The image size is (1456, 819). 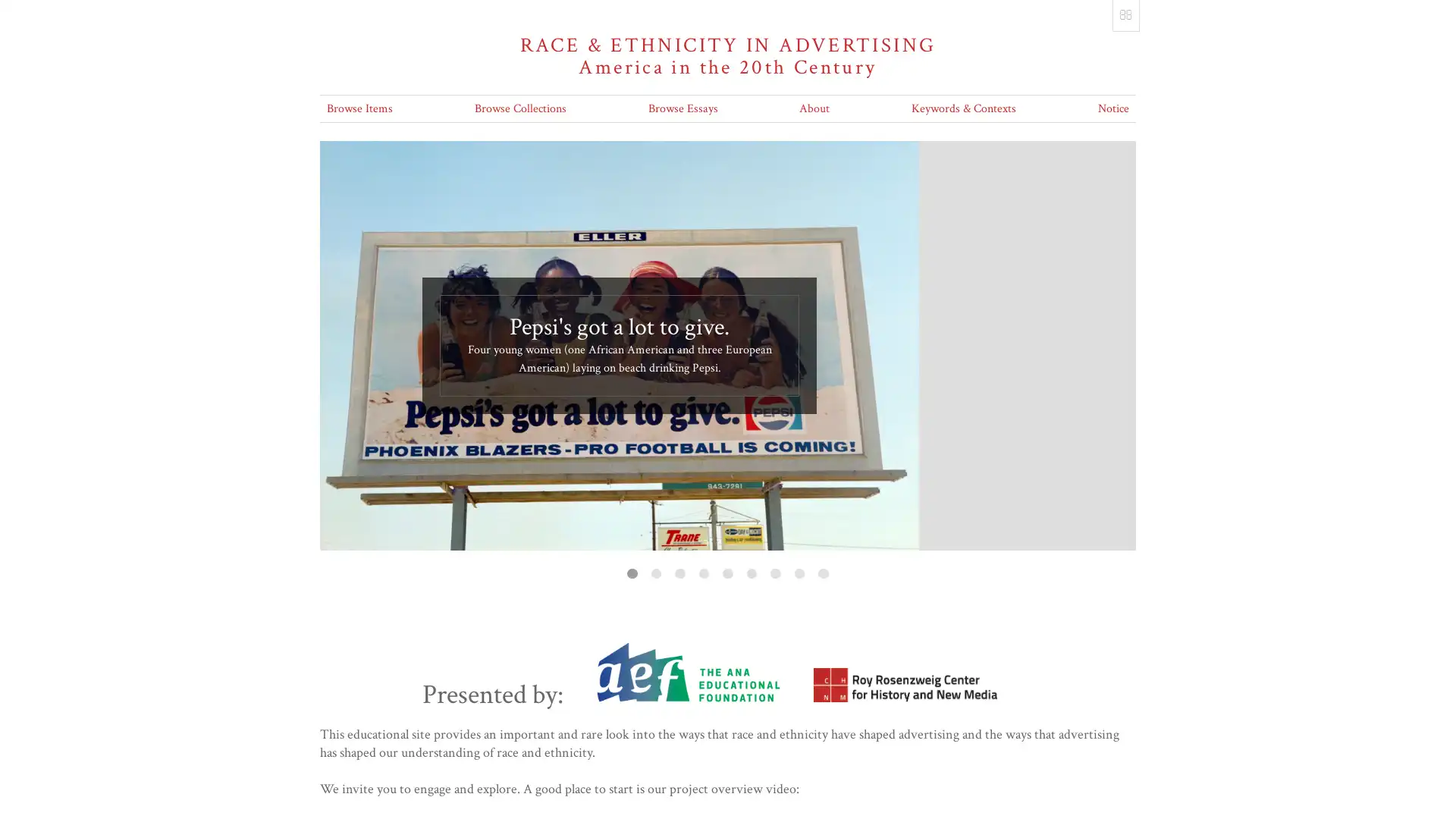 I want to click on 2, so click(x=655, y=573).